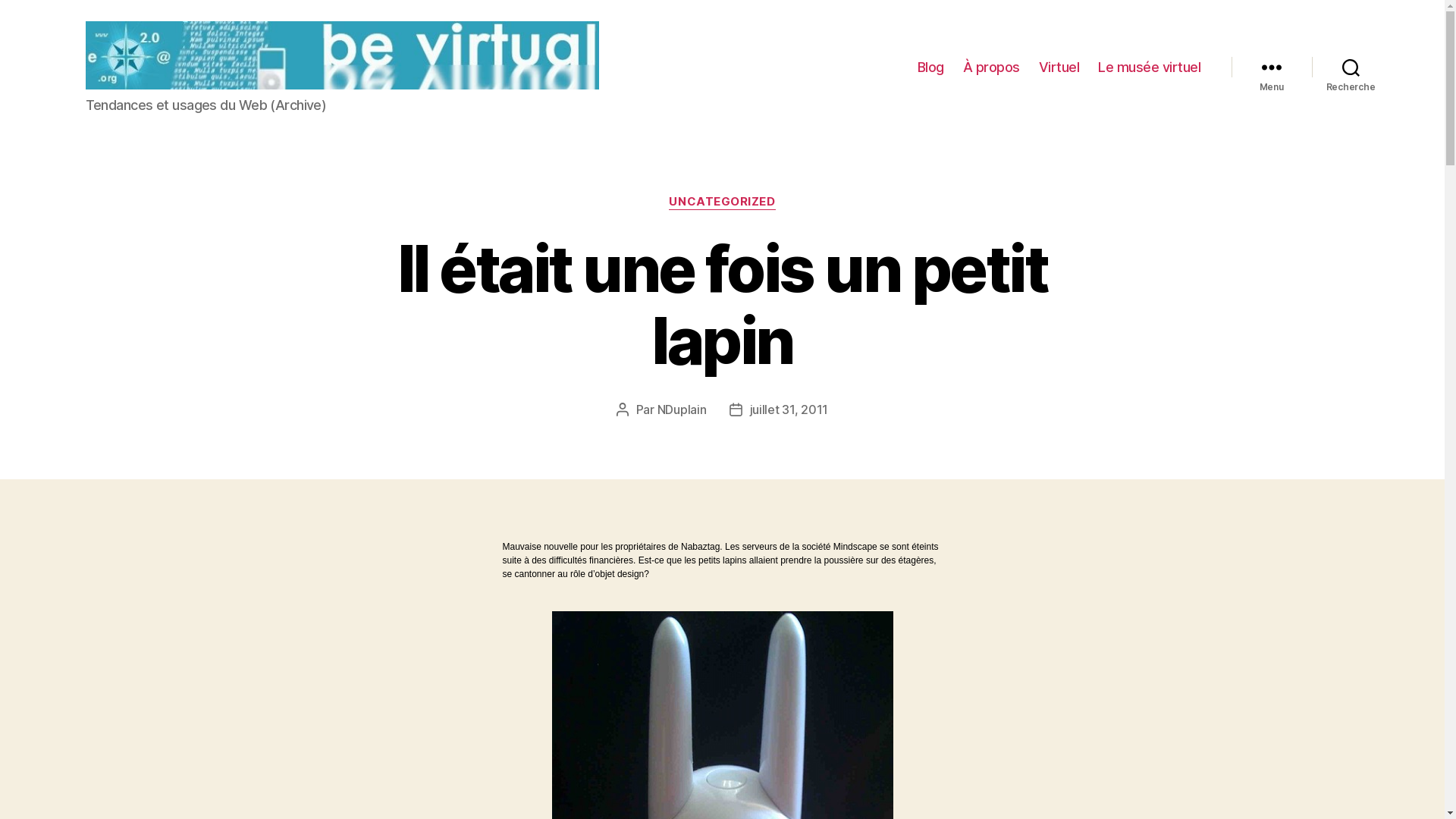 The image size is (1456, 819). What do you see at coordinates (681, 409) in the screenshot?
I see `'NDuplain'` at bounding box center [681, 409].